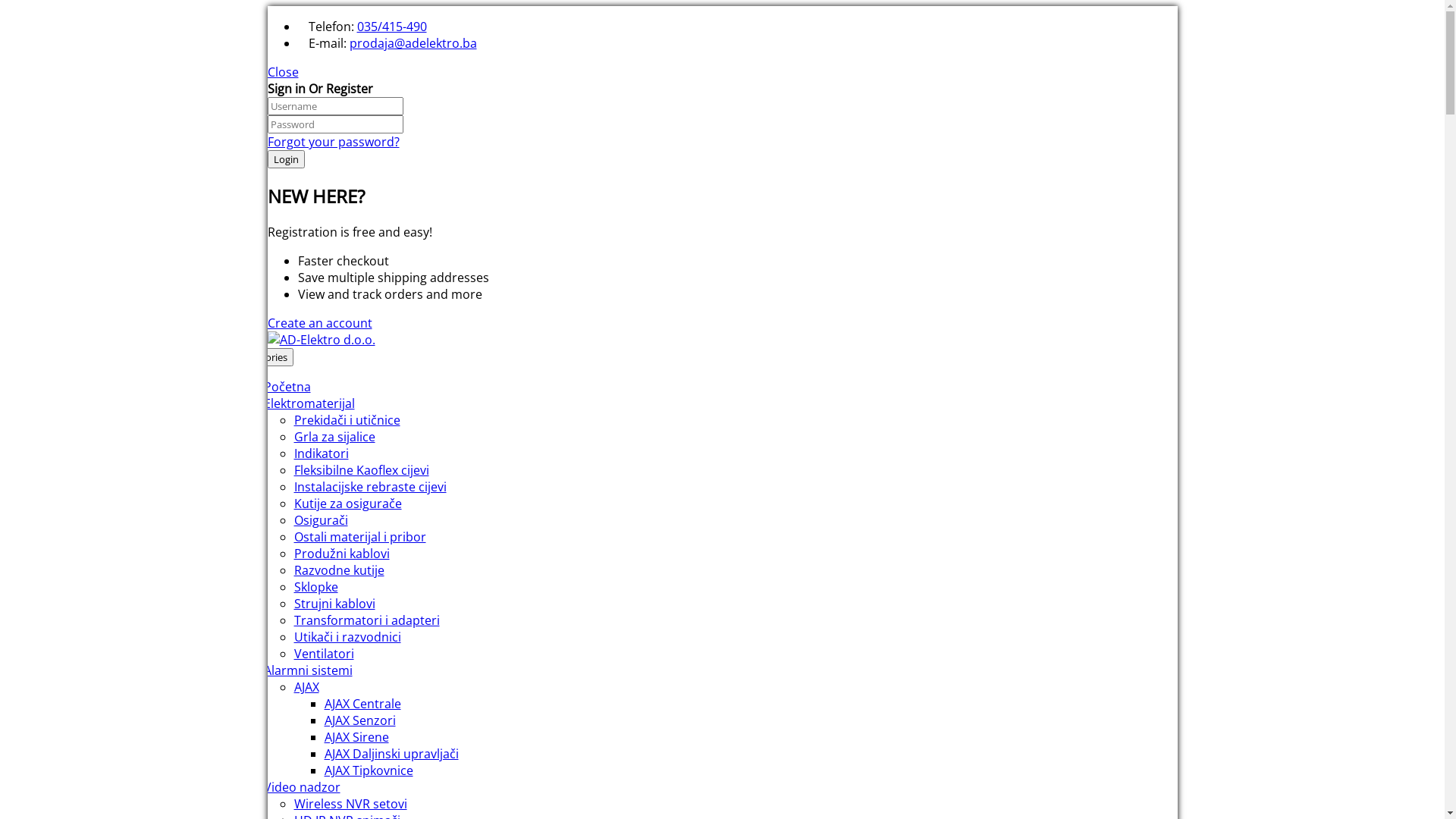 This screenshot has width=1456, height=819. What do you see at coordinates (306, 687) in the screenshot?
I see `'AJAX'` at bounding box center [306, 687].